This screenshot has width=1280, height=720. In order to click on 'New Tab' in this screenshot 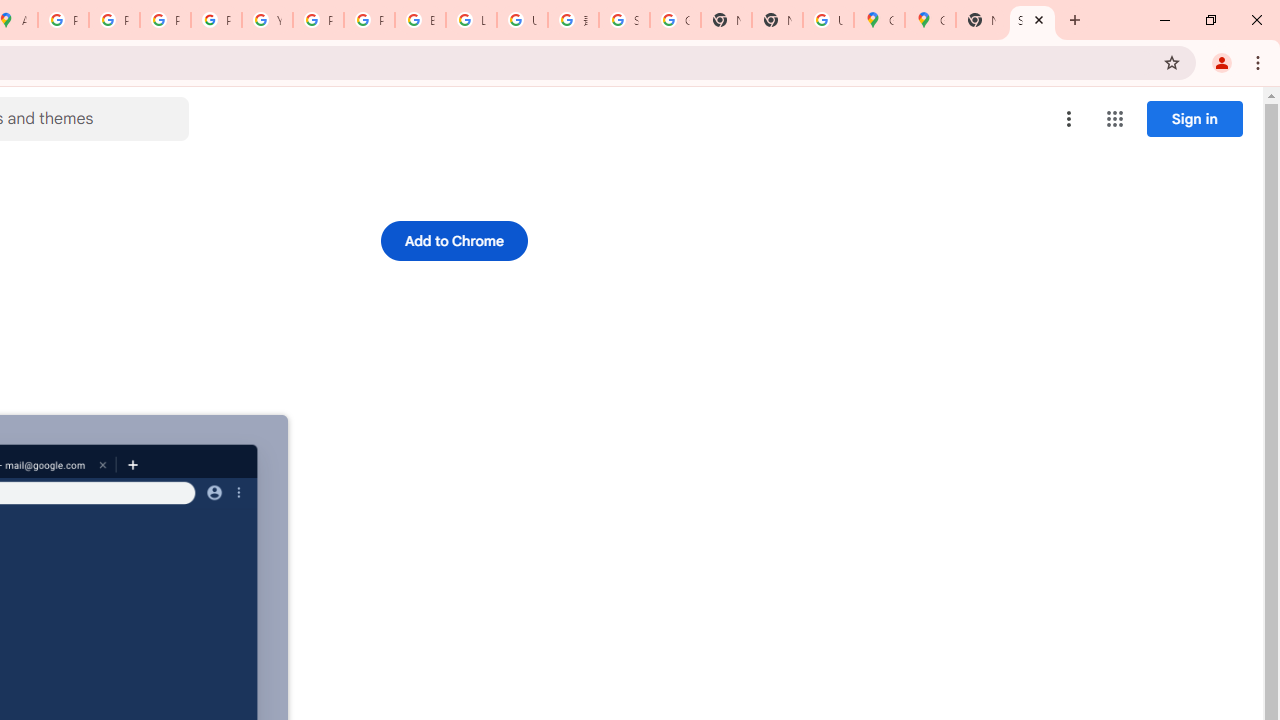, I will do `click(981, 20)`.